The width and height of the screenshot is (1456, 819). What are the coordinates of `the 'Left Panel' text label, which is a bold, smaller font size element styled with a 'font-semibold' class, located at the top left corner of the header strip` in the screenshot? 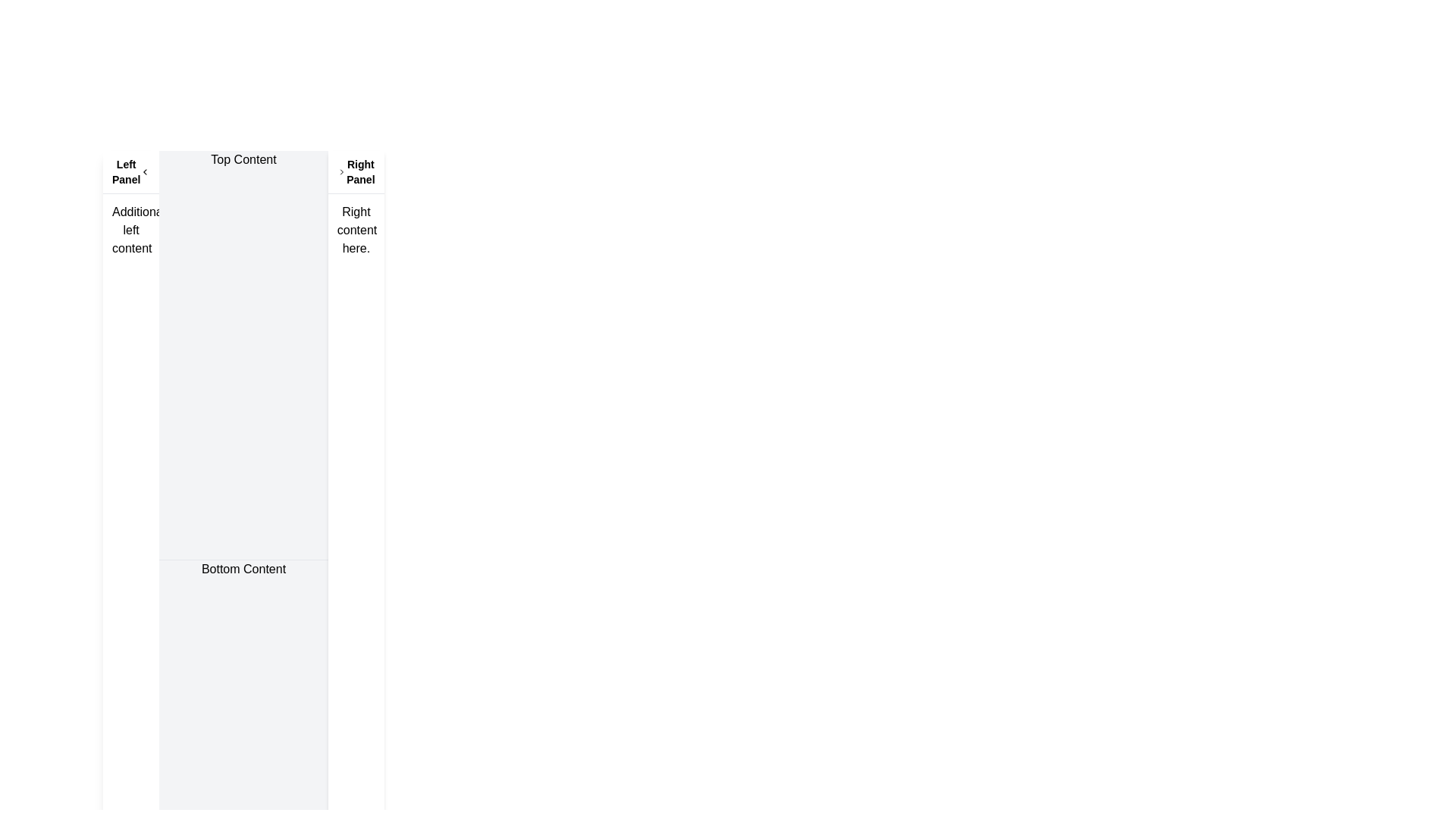 It's located at (126, 171).